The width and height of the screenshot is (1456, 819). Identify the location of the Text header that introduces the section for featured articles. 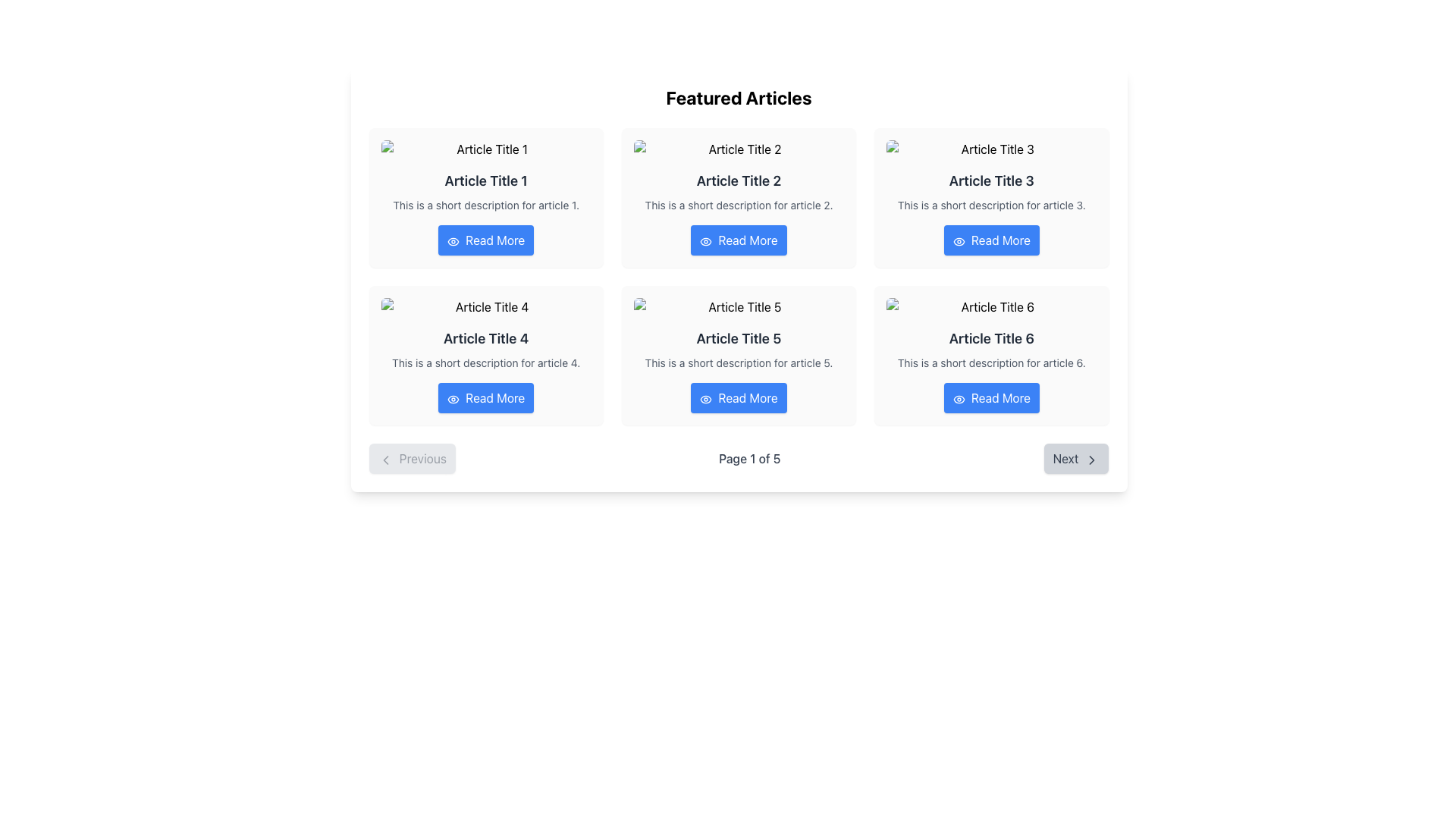
(739, 97).